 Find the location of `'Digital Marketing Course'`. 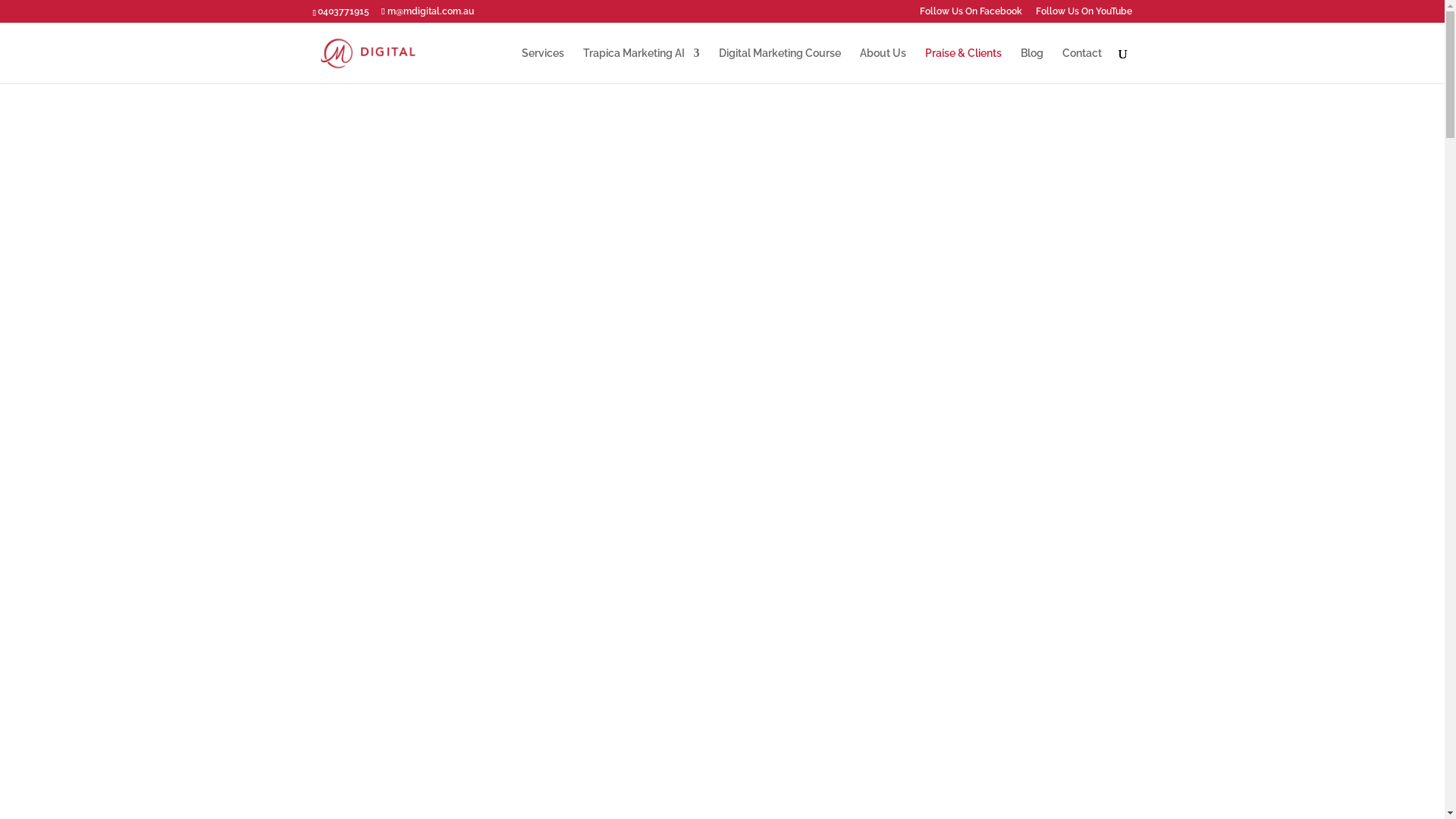

'Digital Marketing Course' is located at coordinates (718, 64).